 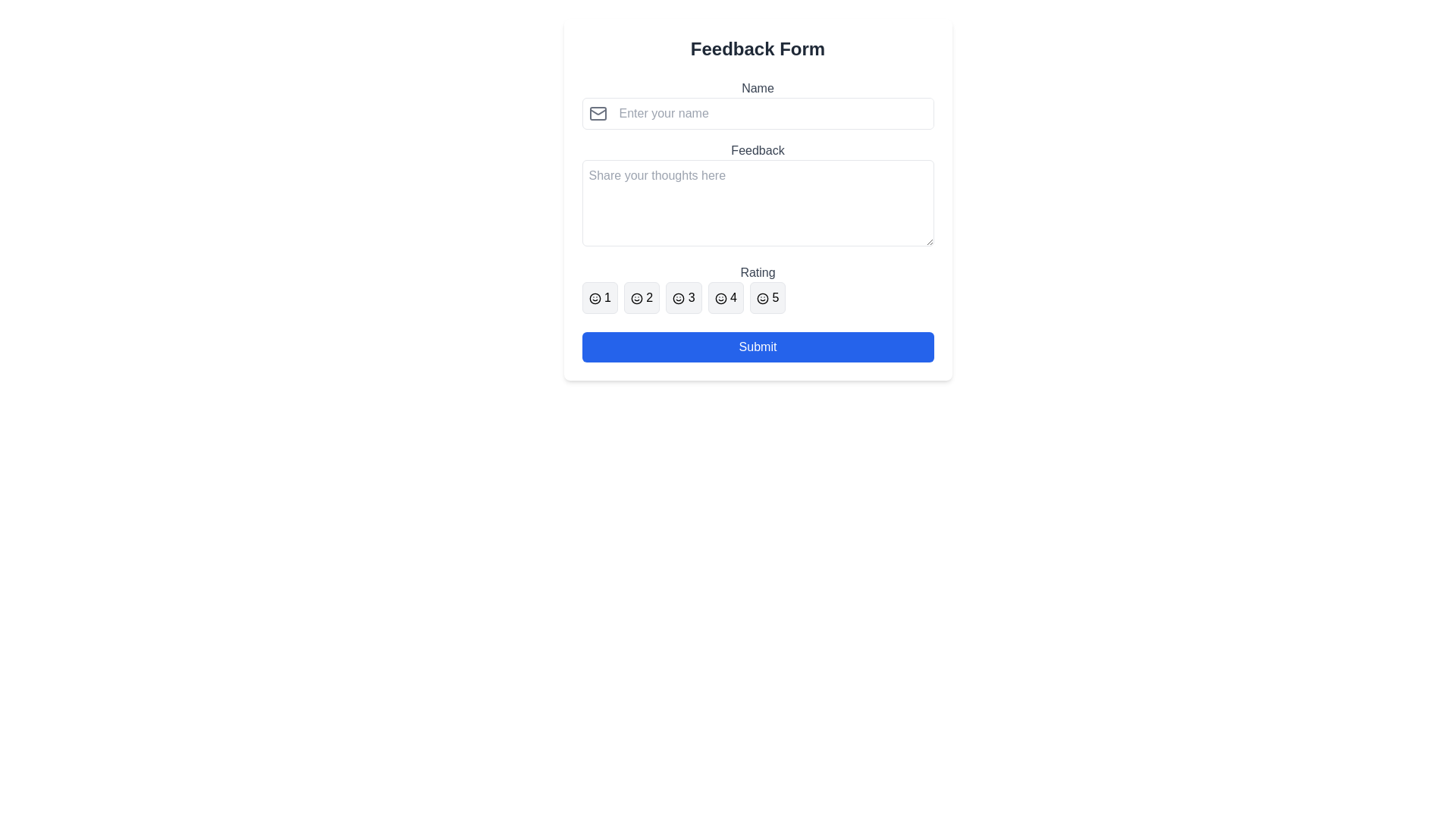 What do you see at coordinates (599, 298) in the screenshot?
I see `the interactive button for selecting a rating of '1'` at bounding box center [599, 298].